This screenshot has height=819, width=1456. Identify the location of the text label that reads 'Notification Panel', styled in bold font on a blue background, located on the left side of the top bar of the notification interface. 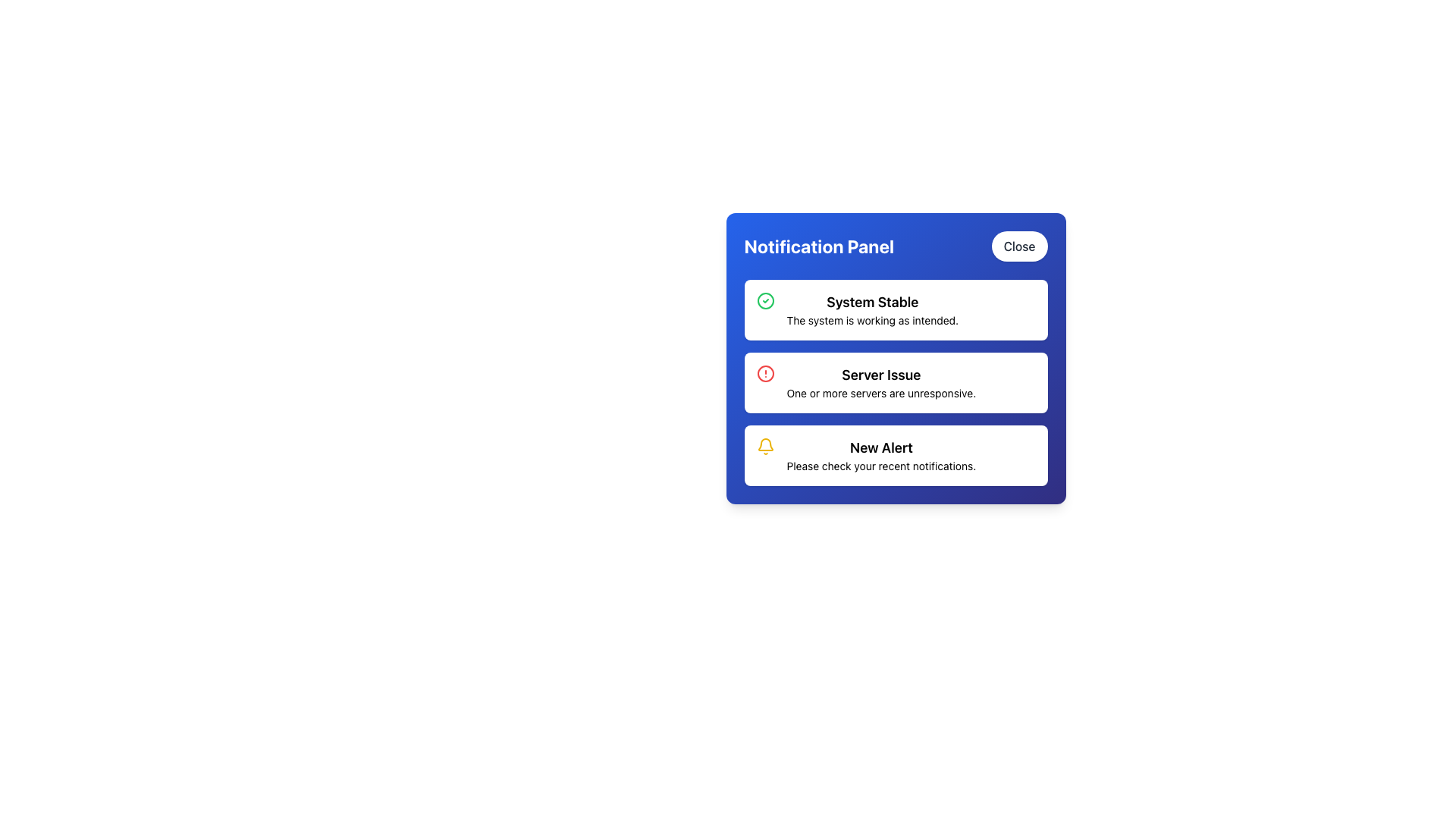
(818, 245).